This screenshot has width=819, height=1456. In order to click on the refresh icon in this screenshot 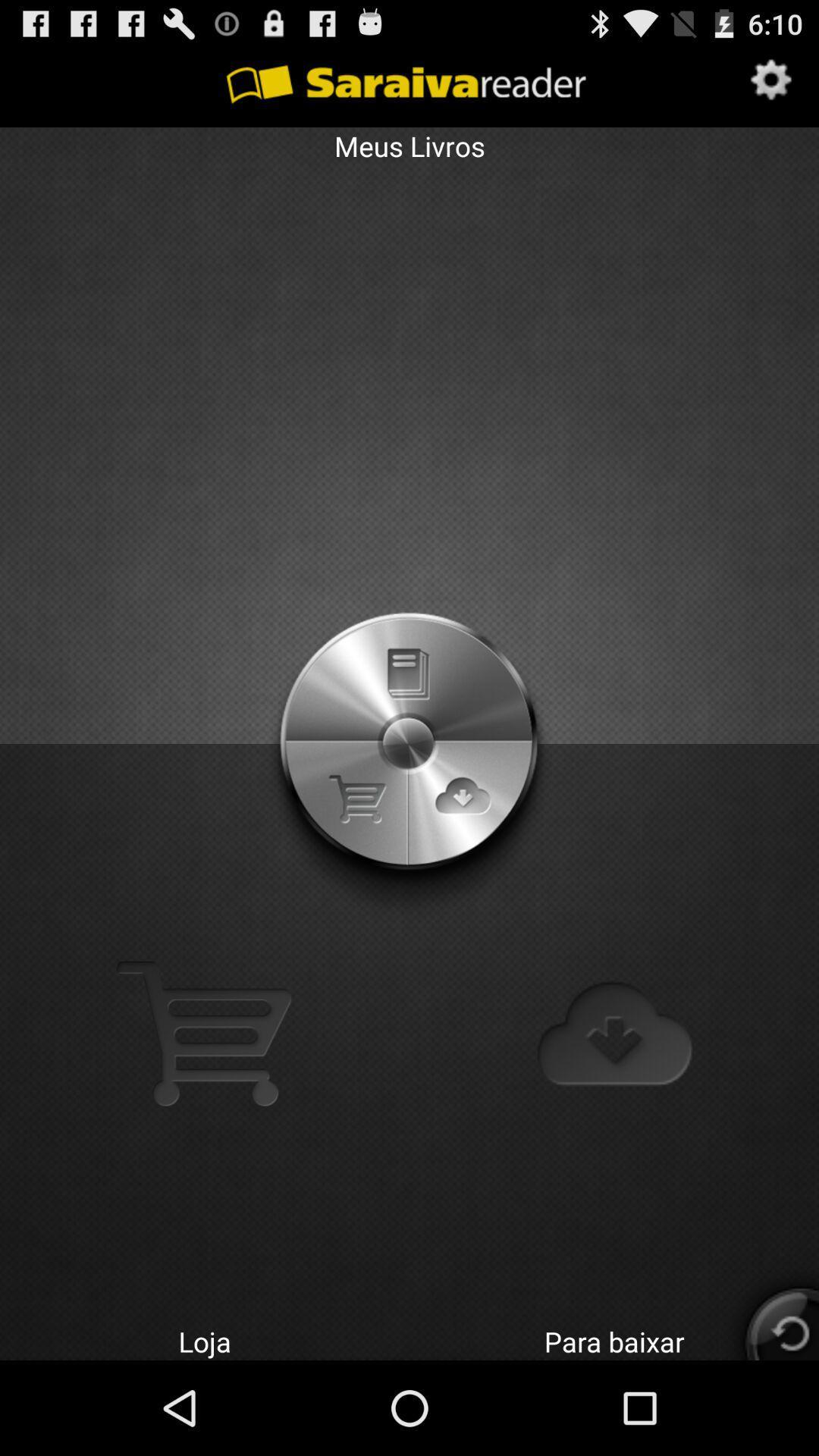, I will do `click(767, 1401)`.